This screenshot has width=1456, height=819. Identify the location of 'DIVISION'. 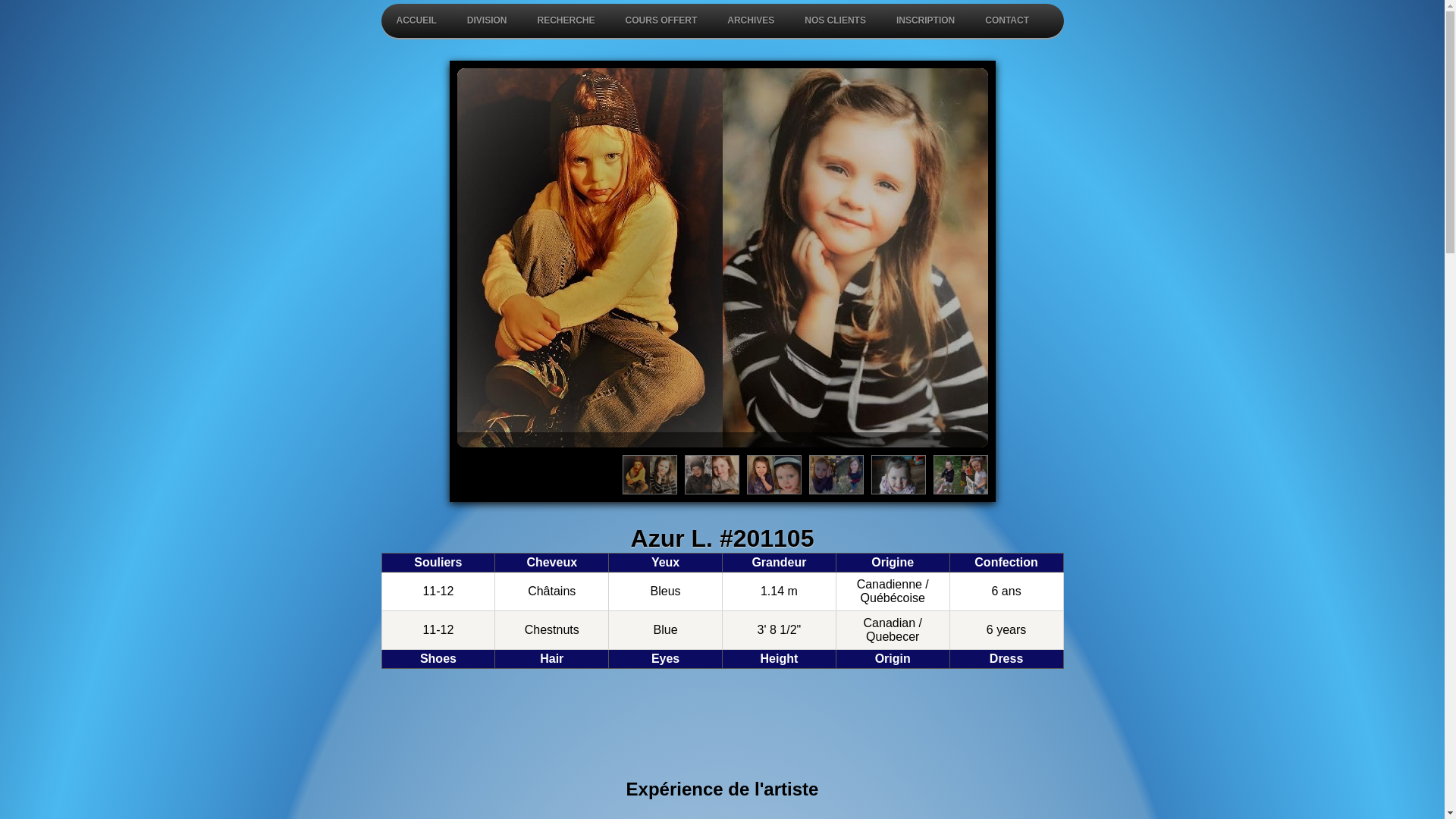
(487, 20).